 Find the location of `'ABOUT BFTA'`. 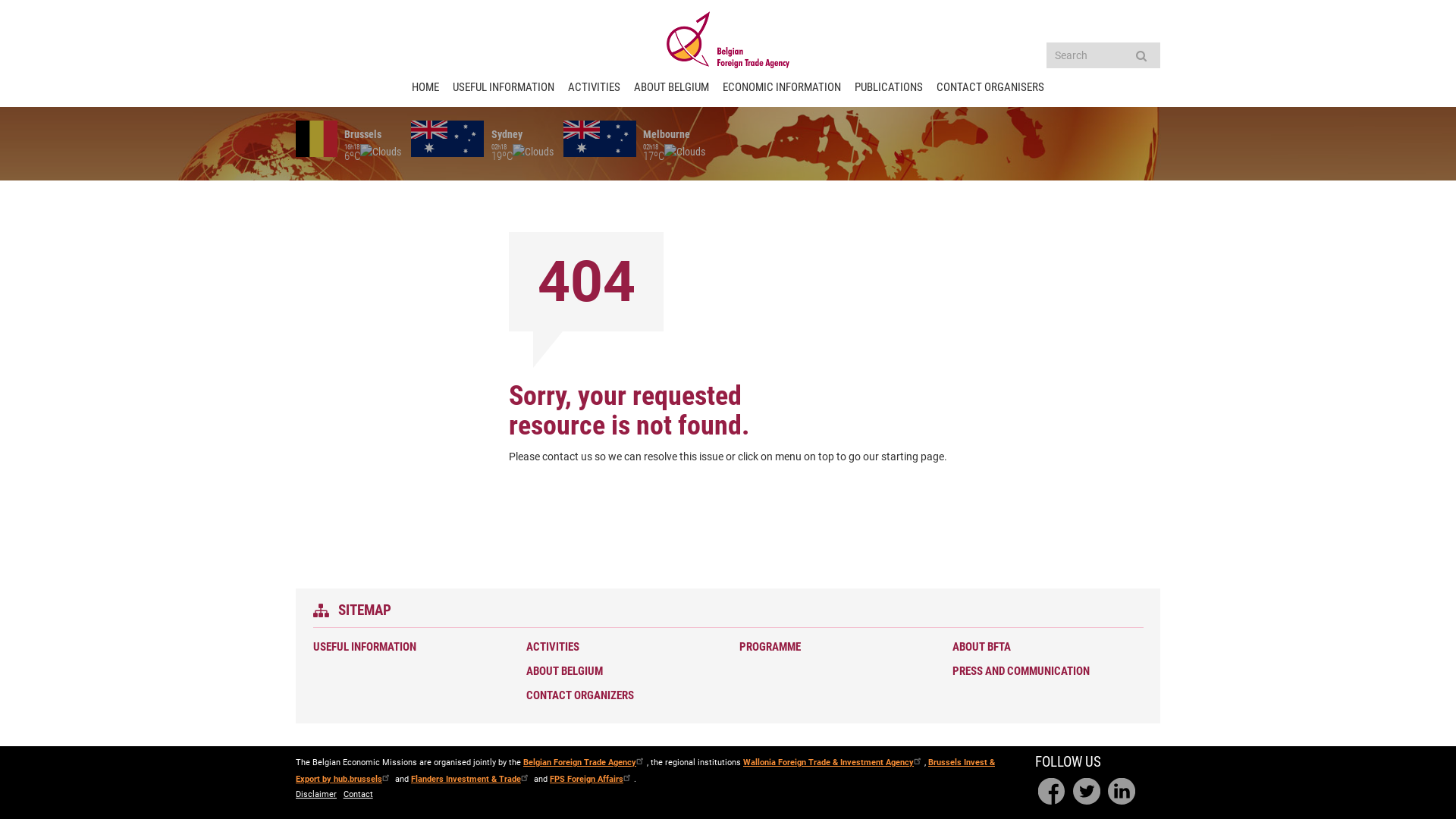

'ABOUT BFTA' is located at coordinates (1043, 647).